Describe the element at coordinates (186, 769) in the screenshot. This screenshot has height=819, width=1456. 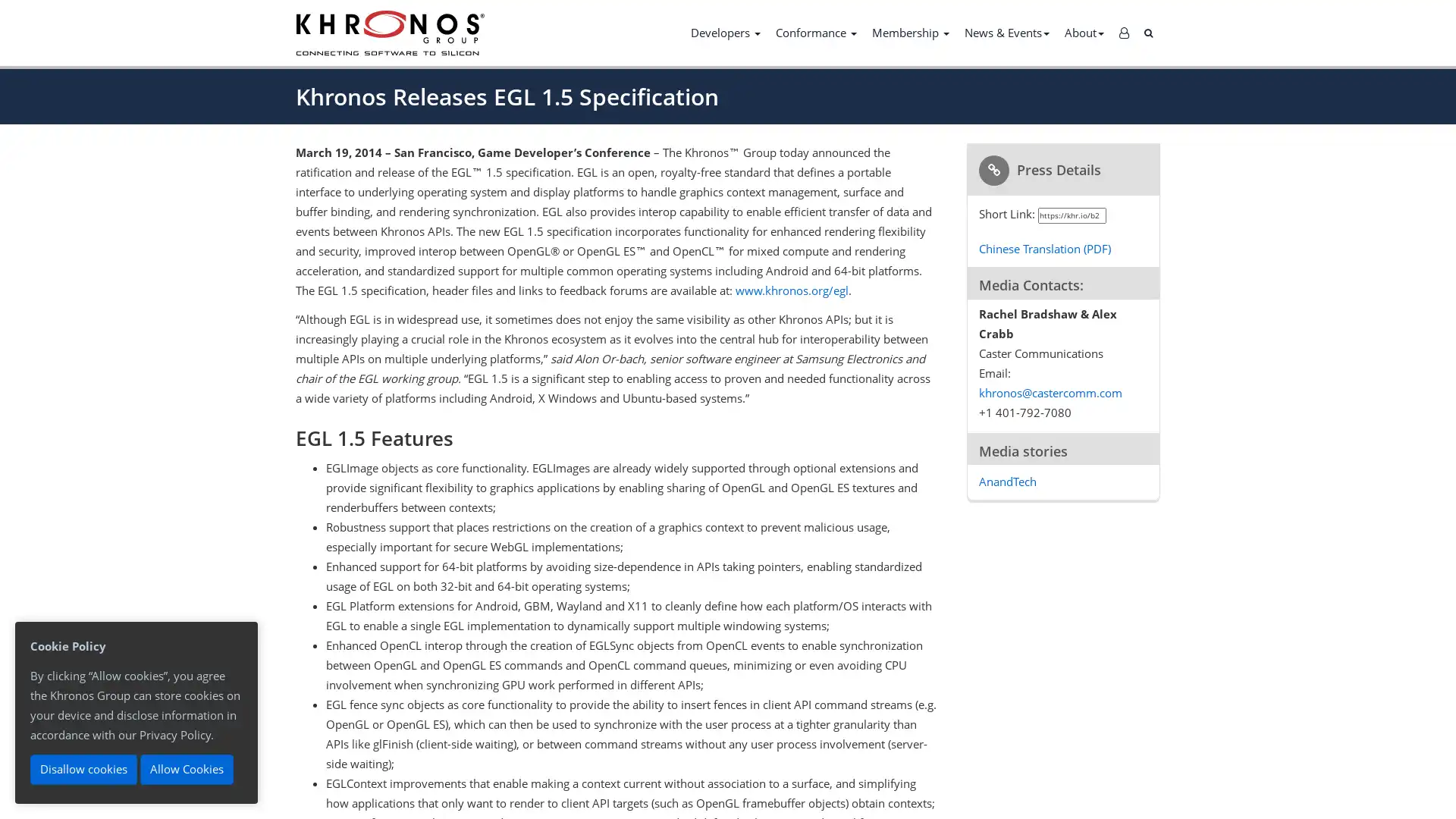
I see `Allow Cookies` at that location.